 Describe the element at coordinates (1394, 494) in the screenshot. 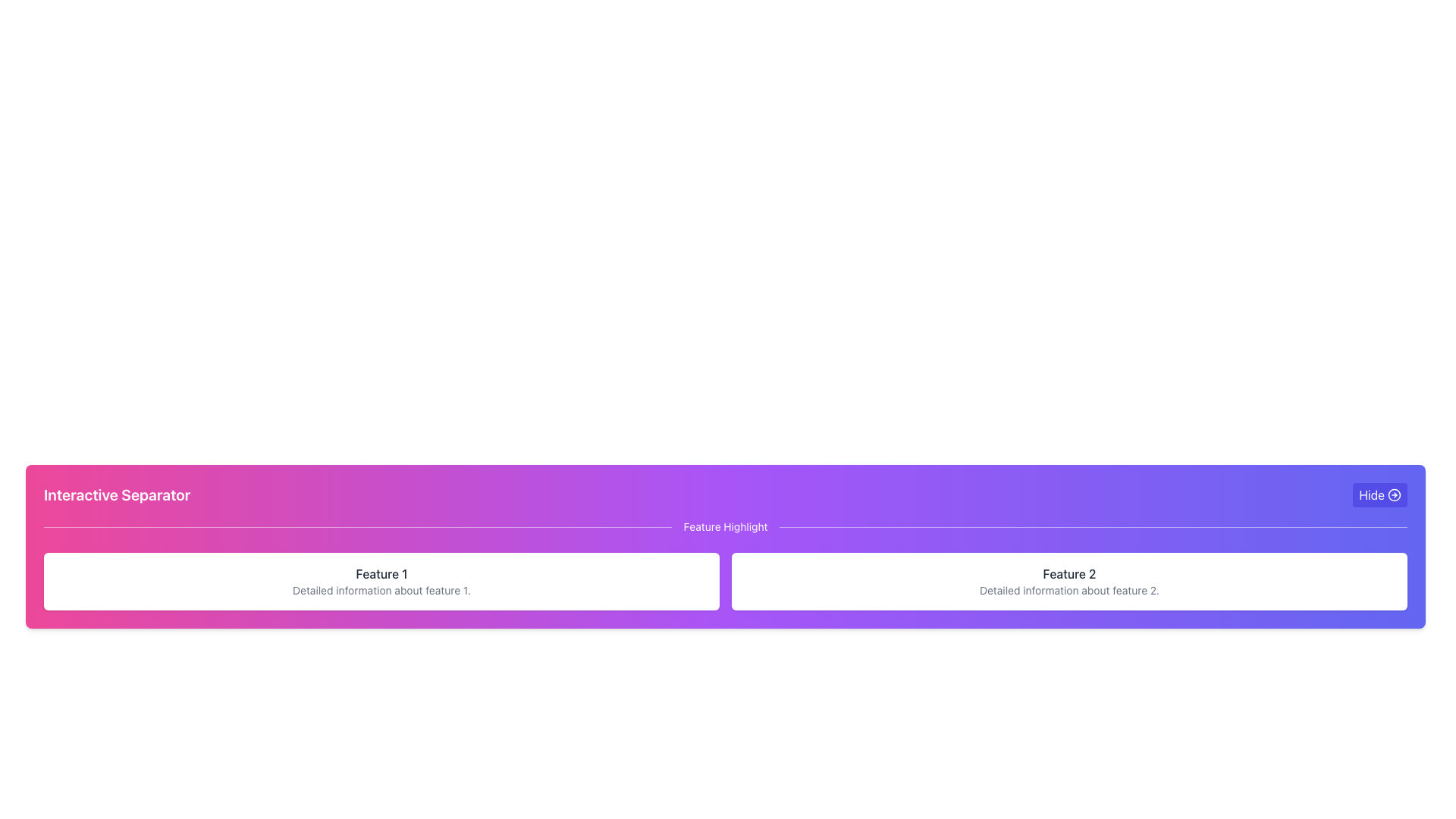

I see `the circular icon with a right-pointing arrow inside it, which is styled as a hollow circle and is located within the 'Hide' button at the top-right corner of the horizontal panel` at that location.